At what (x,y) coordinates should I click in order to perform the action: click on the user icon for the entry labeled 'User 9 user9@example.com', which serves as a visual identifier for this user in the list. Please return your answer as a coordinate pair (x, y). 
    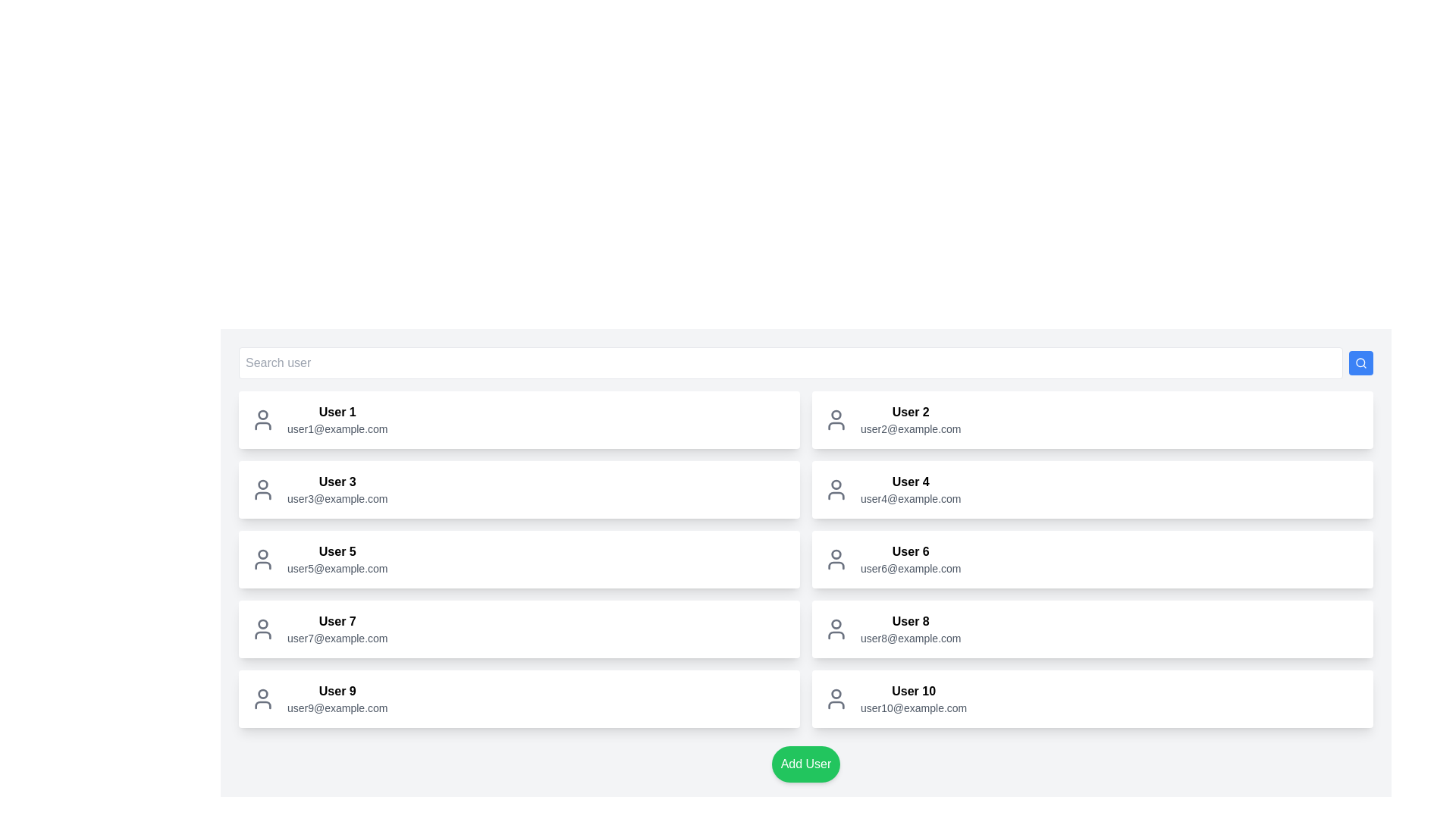
    Looking at the image, I should click on (262, 698).